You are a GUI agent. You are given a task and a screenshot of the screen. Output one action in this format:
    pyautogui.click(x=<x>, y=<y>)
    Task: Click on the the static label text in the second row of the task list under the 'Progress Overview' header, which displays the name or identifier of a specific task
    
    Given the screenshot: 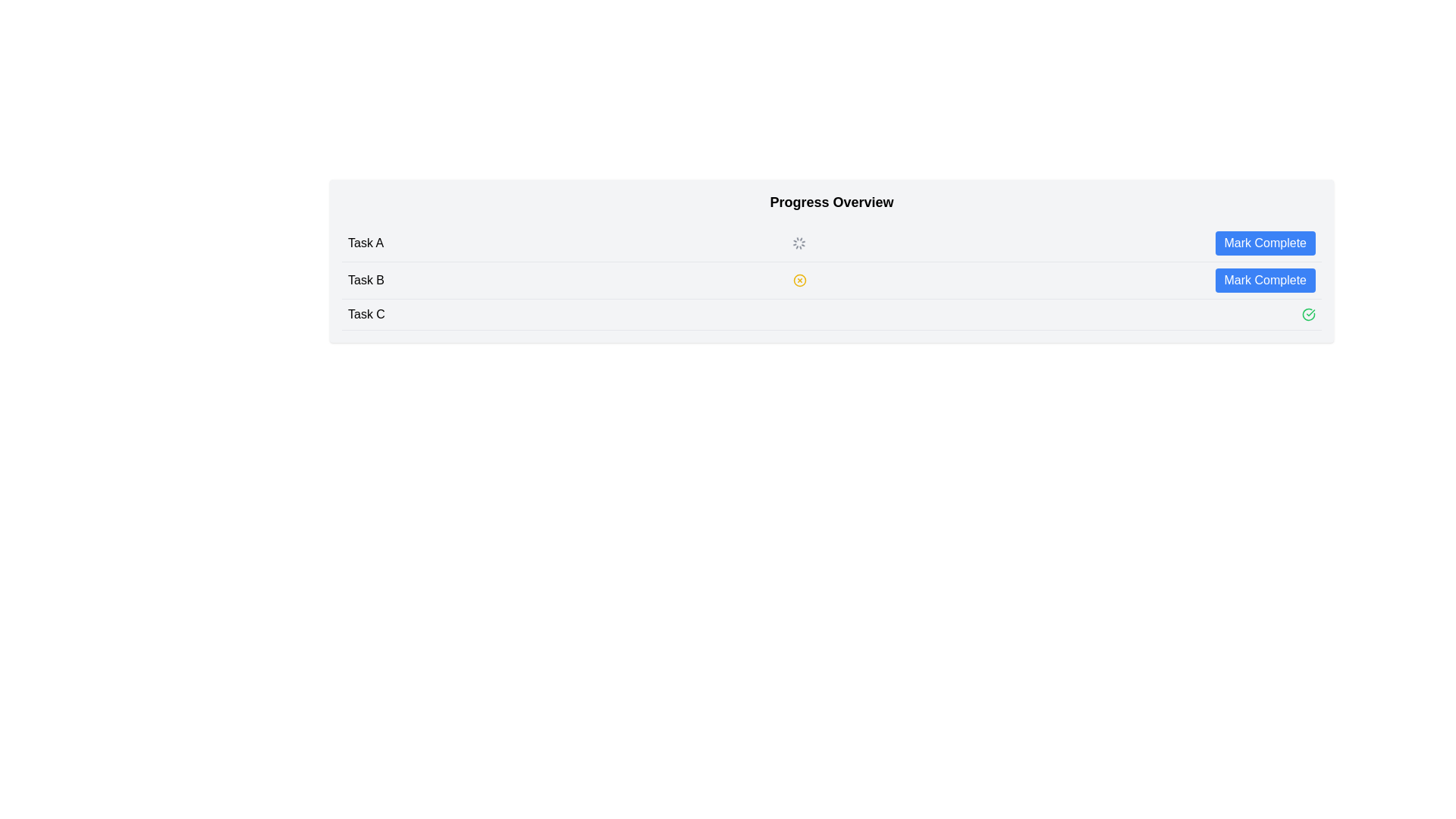 What is the action you would take?
    pyautogui.click(x=366, y=281)
    